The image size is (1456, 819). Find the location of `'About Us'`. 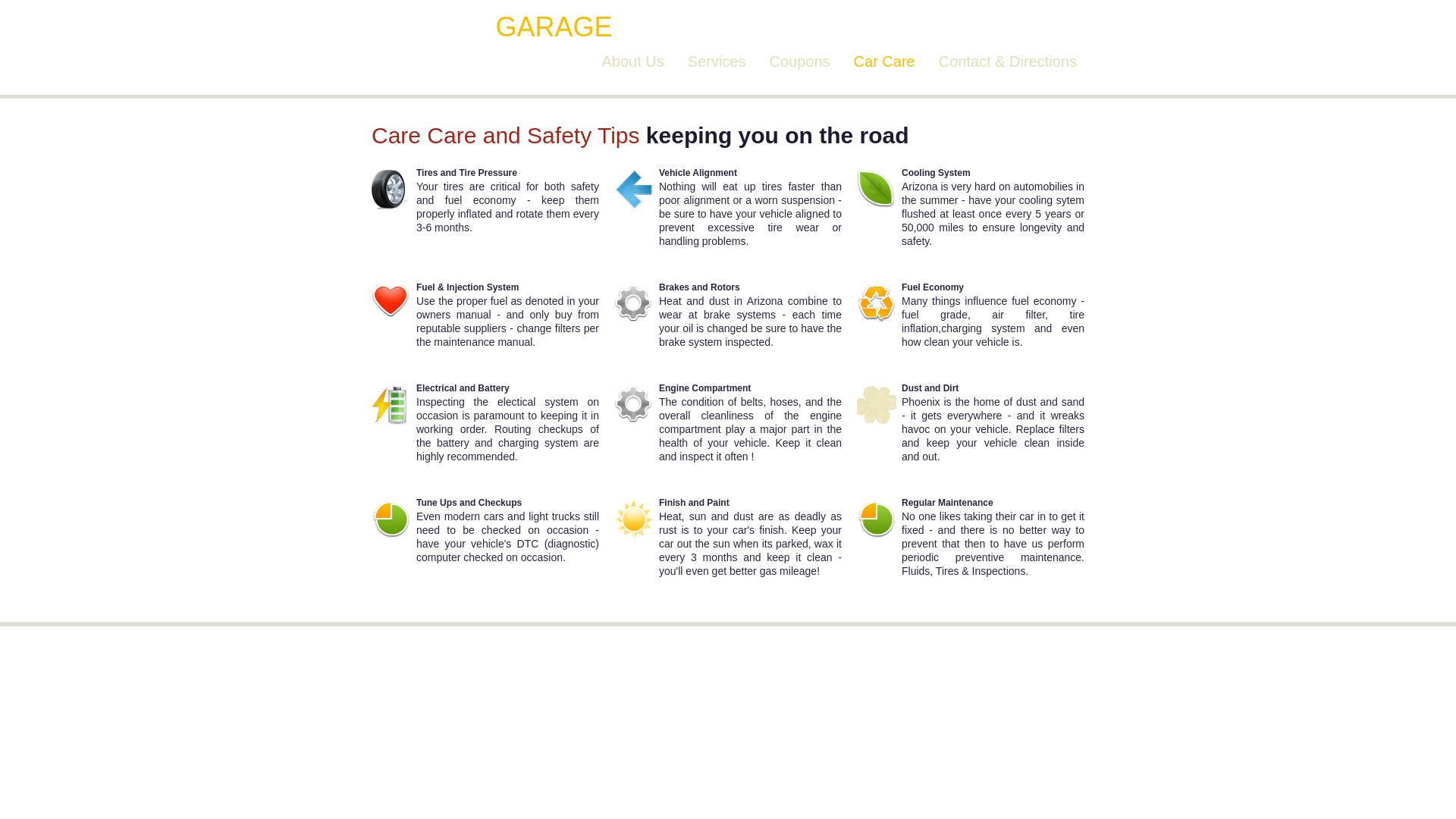

'About Us' is located at coordinates (601, 61).